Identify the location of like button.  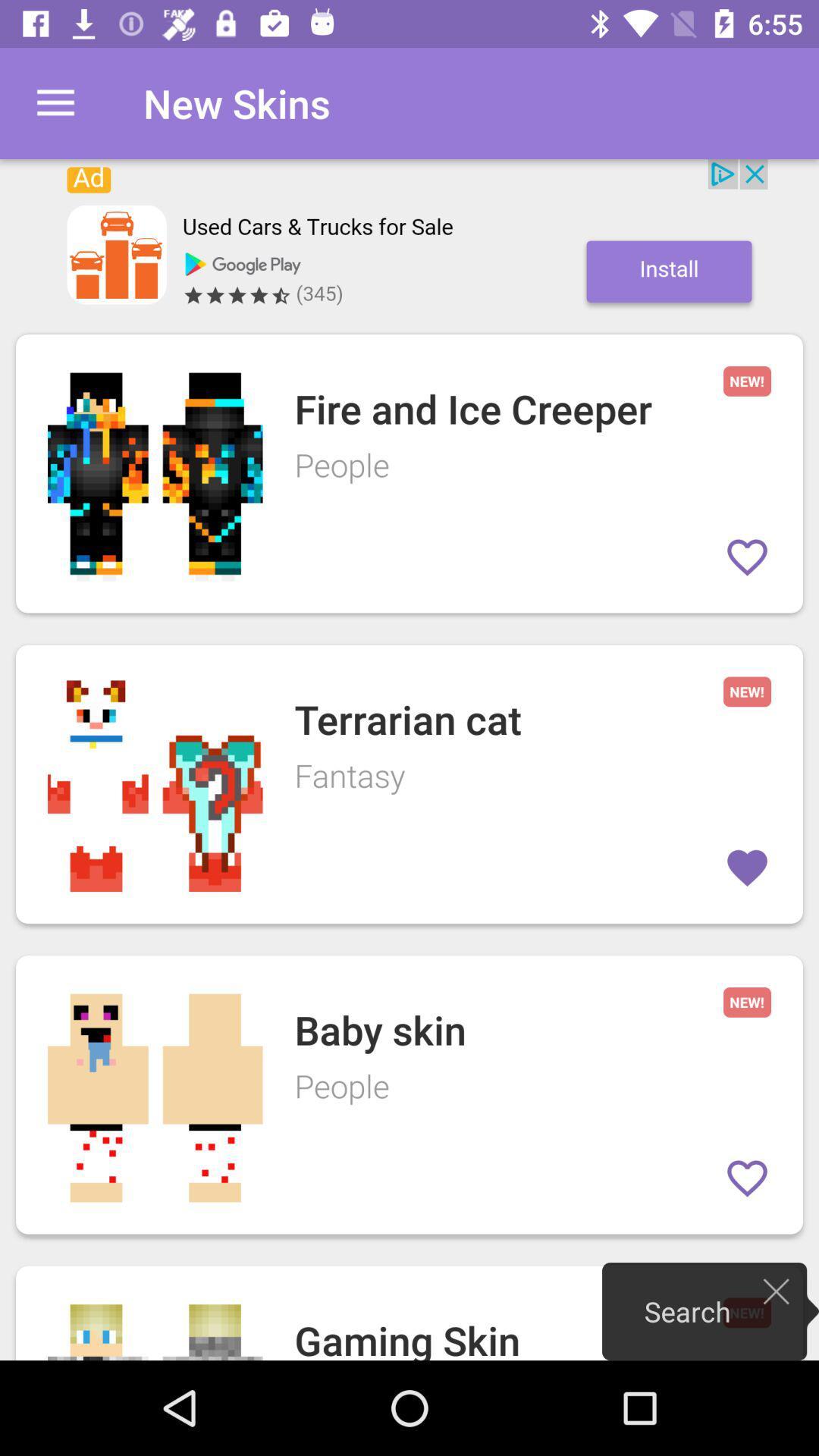
(746, 1178).